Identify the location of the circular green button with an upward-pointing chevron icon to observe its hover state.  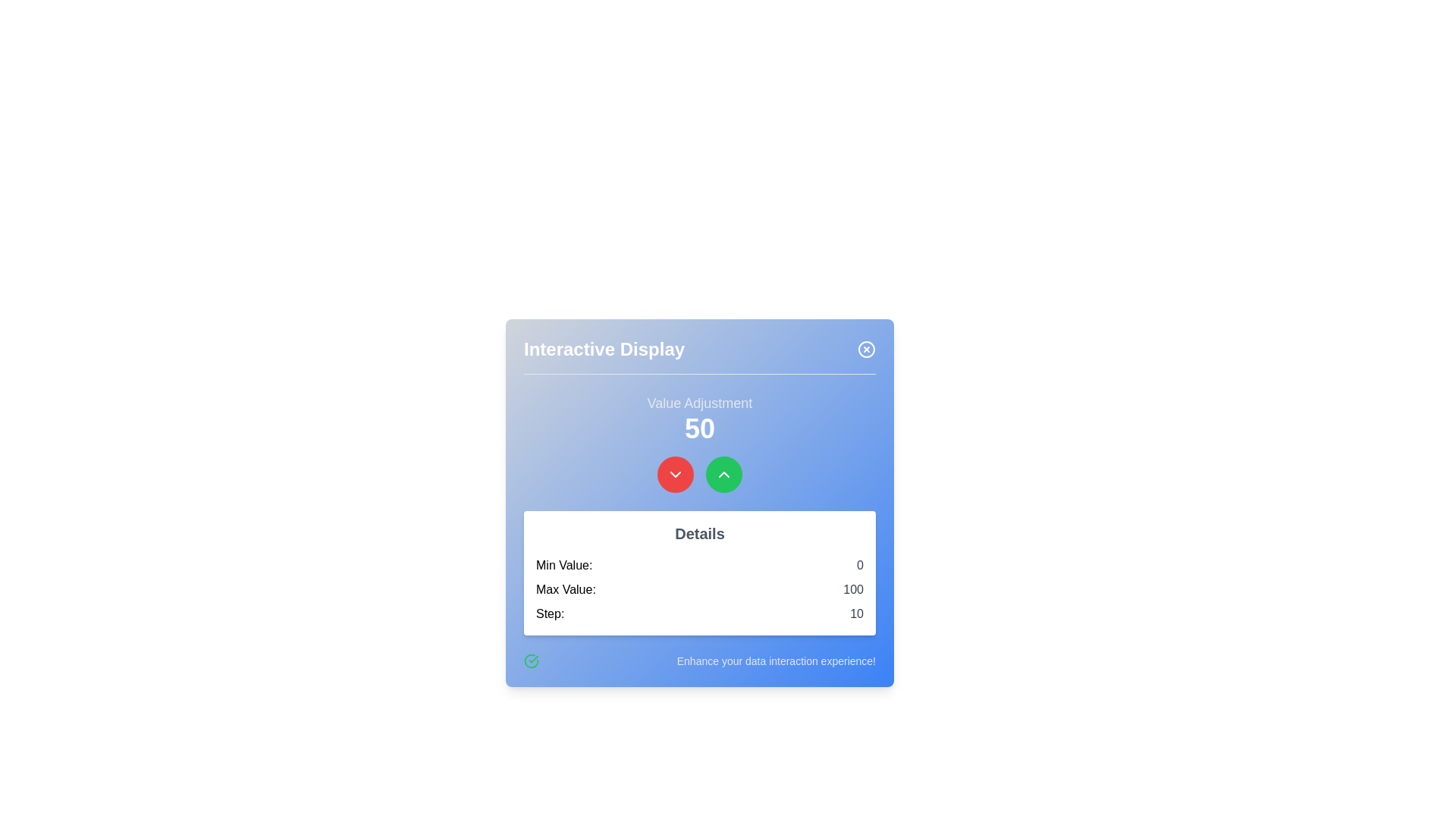
(723, 473).